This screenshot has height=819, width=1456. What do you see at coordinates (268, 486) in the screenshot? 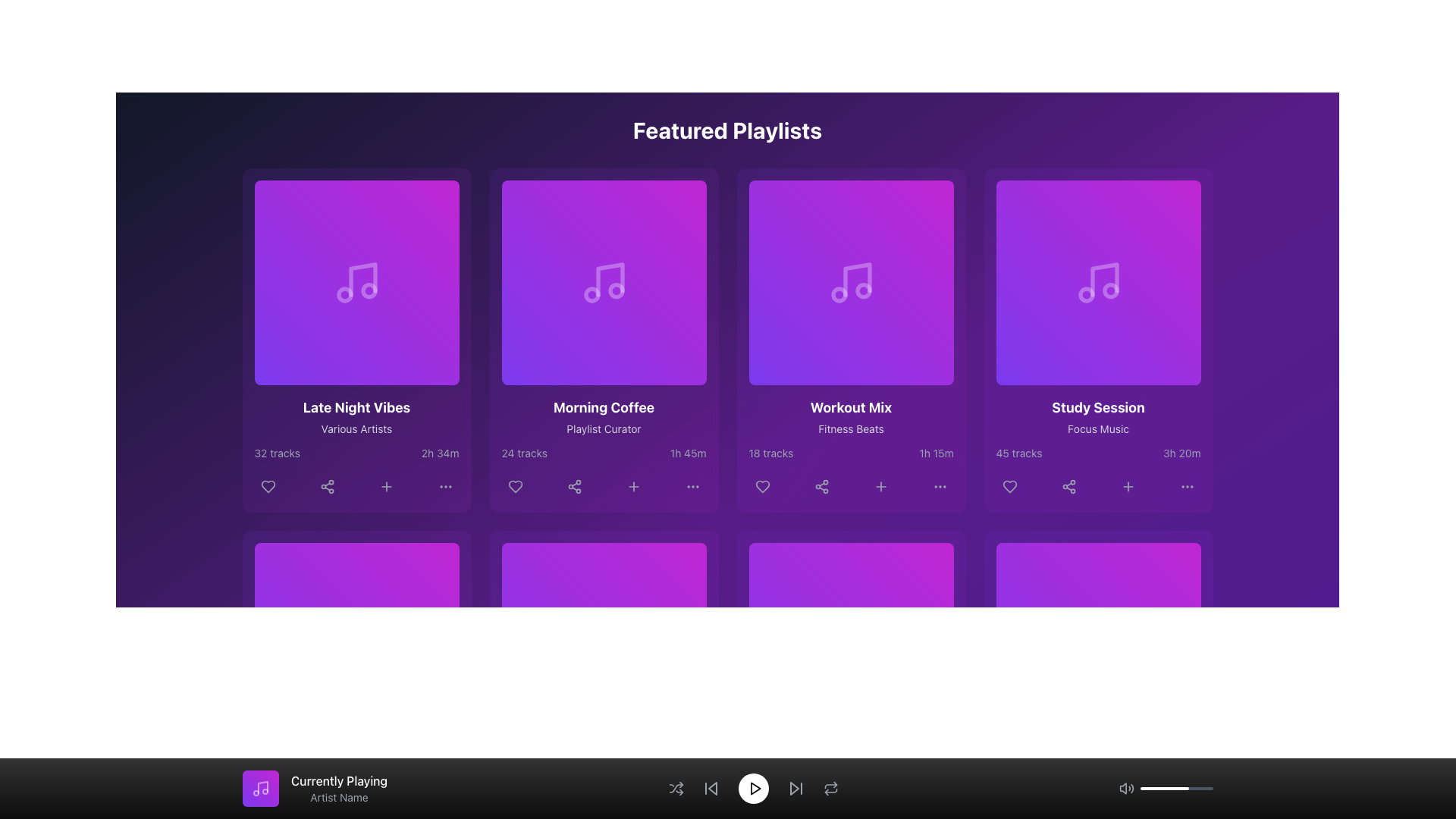
I see `the outlined heart icon located in the 'Late Night Vibes' card within the 'Featured Playlists' section` at bounding box center [268, 486].